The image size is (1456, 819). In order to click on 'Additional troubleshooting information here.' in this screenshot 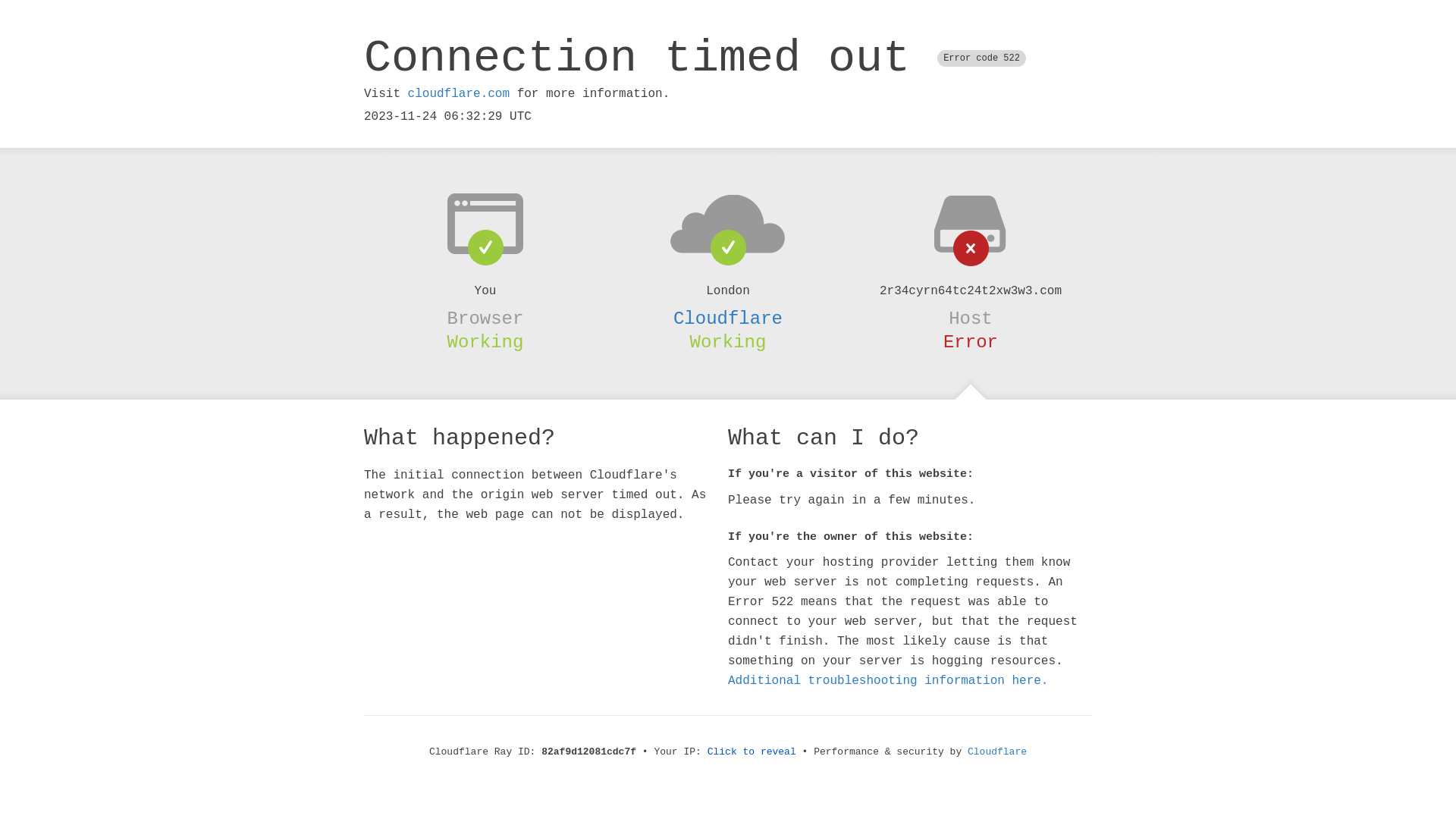, I will do `click(888, 680)`.